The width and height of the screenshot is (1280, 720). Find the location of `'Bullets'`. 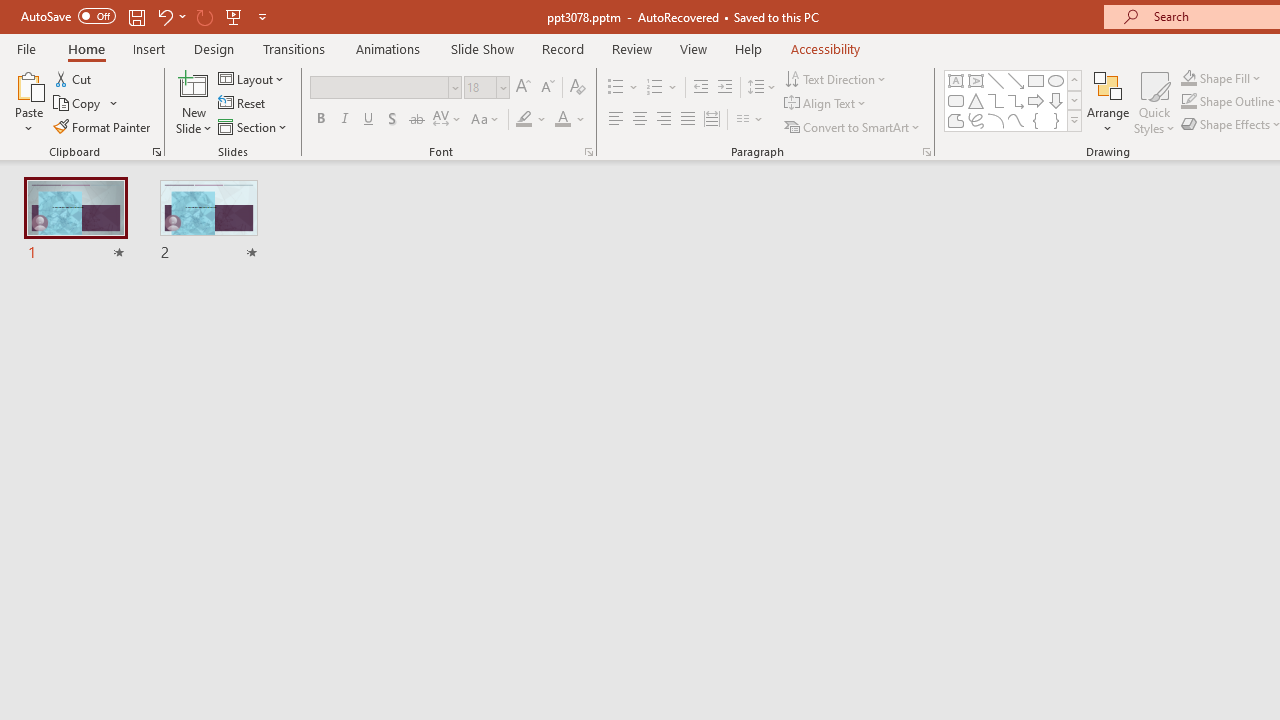

'Bullets' is located at coordinates (615, 86).